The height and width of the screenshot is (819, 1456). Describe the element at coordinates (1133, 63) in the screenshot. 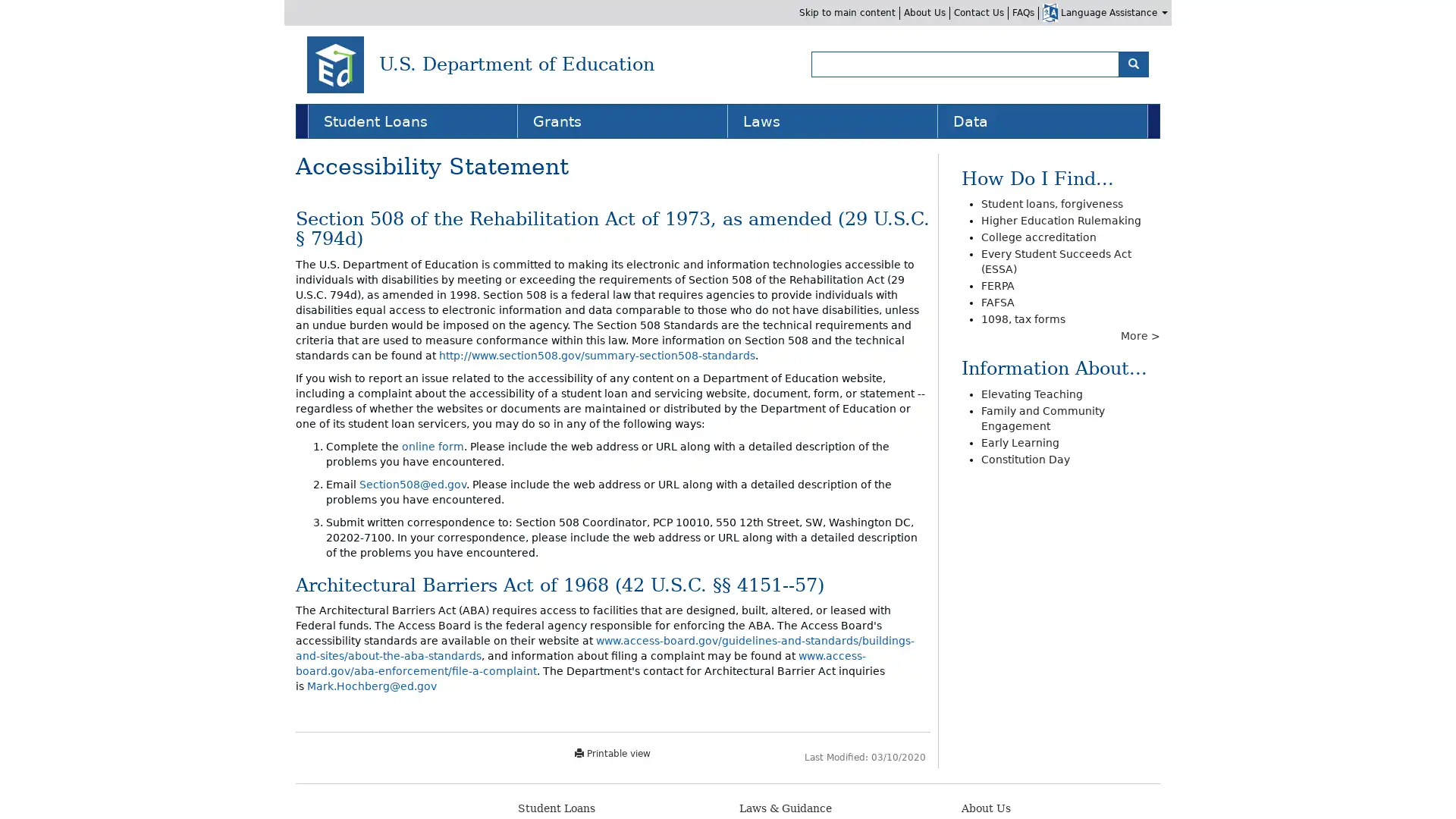

I see `Search` at that location.